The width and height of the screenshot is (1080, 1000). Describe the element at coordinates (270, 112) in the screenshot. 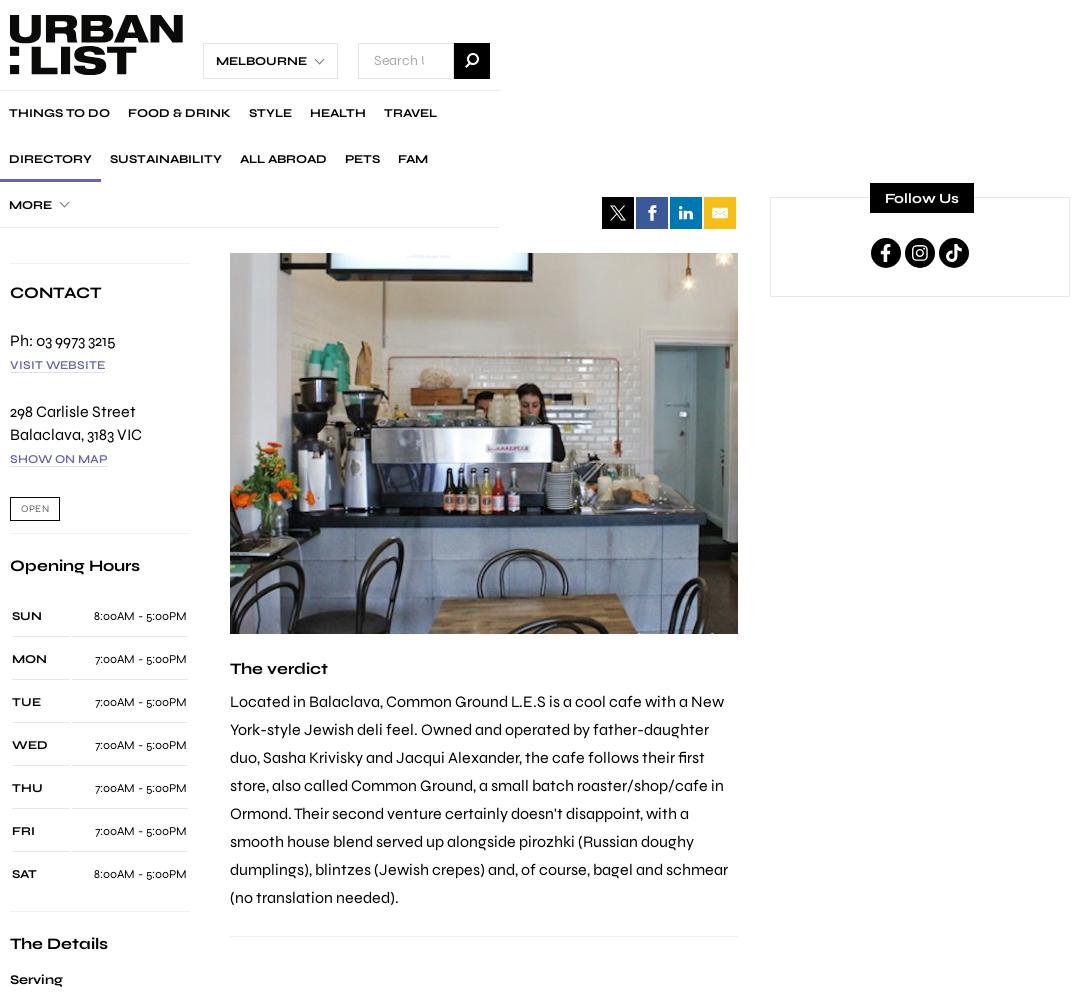

I see `'Style'` at that location.